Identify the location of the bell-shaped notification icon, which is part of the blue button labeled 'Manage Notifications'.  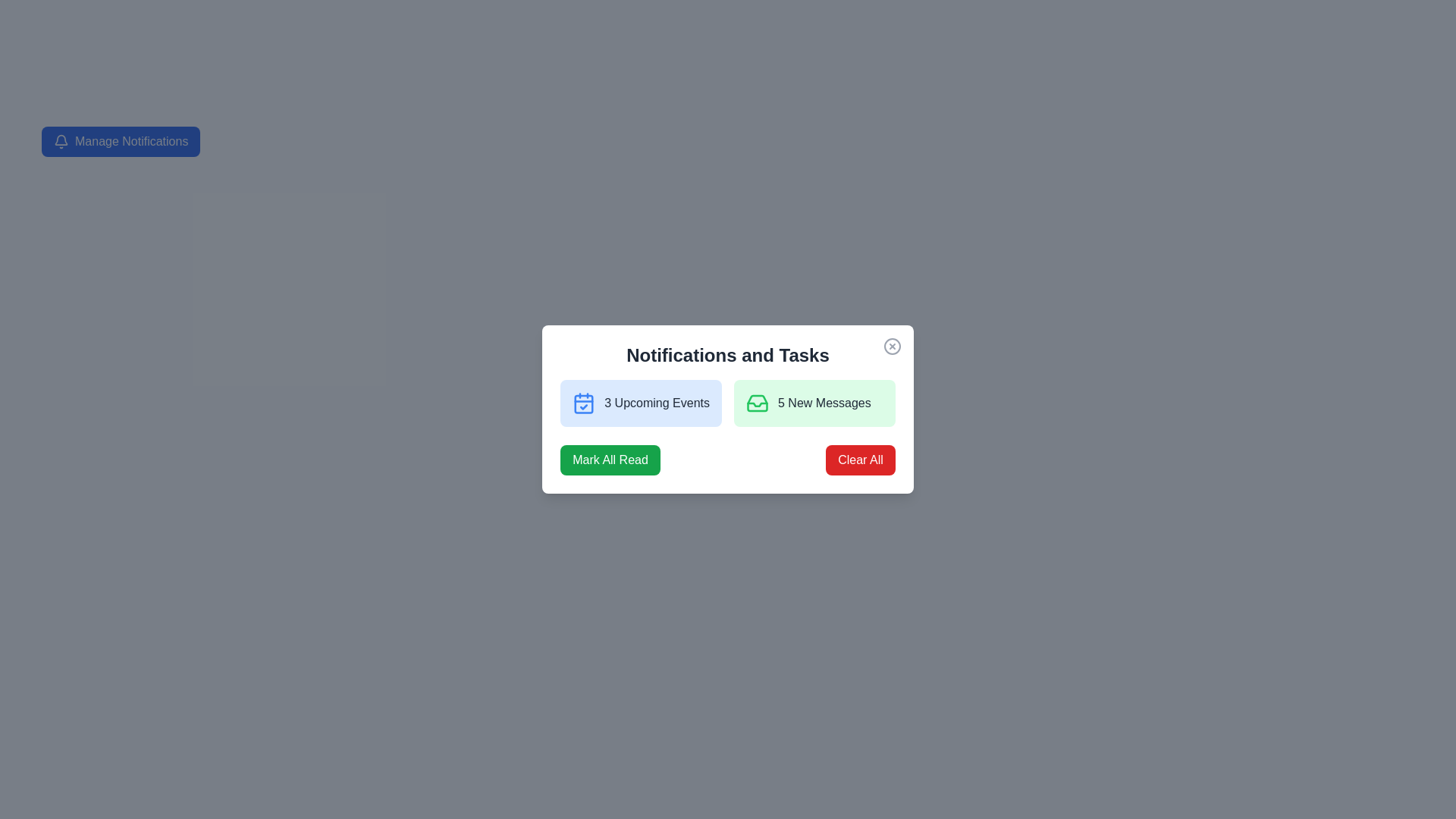
(61, 140).